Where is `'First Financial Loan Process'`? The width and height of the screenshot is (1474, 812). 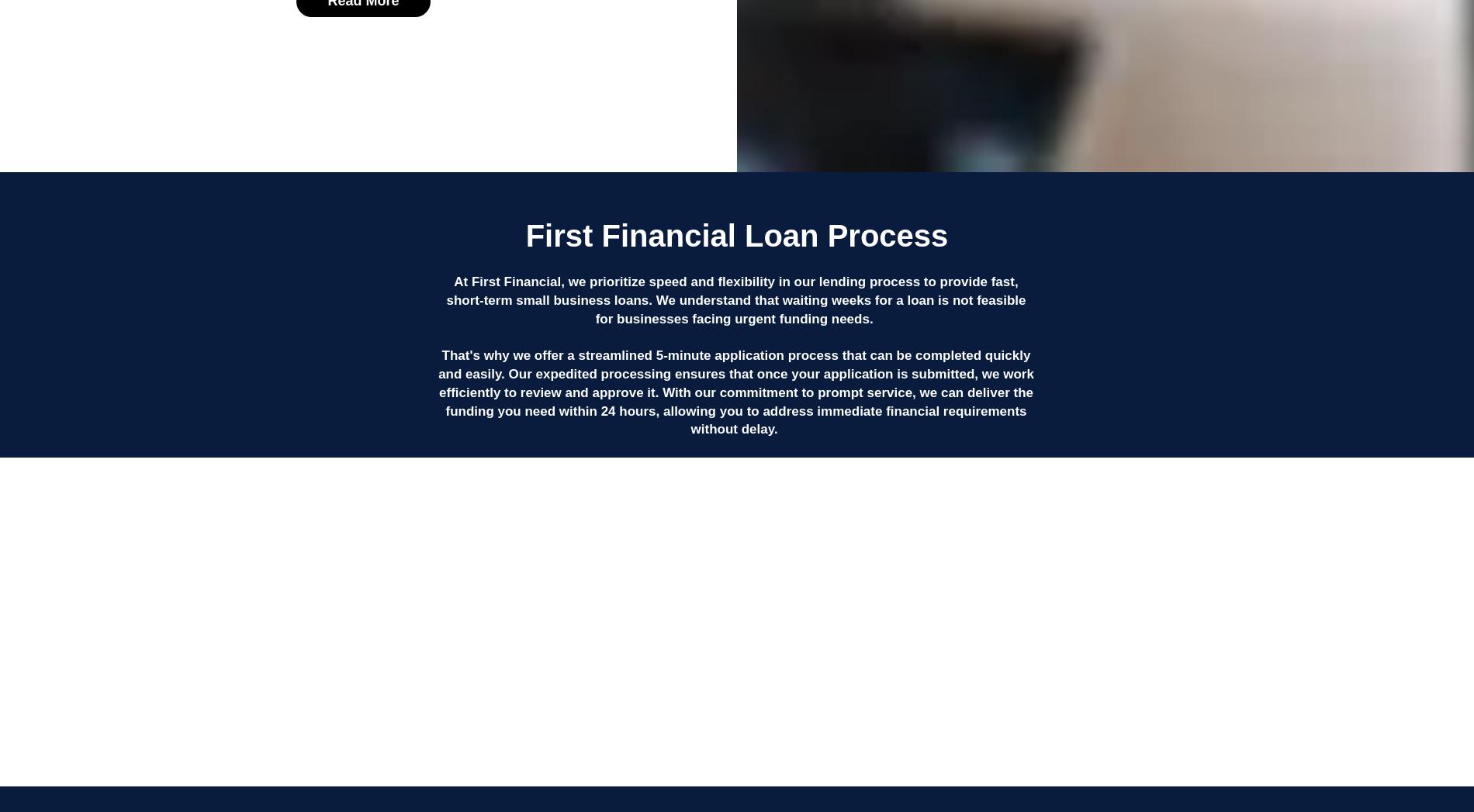 'First Financial Loan Process' is located at coordinates (524, 235).